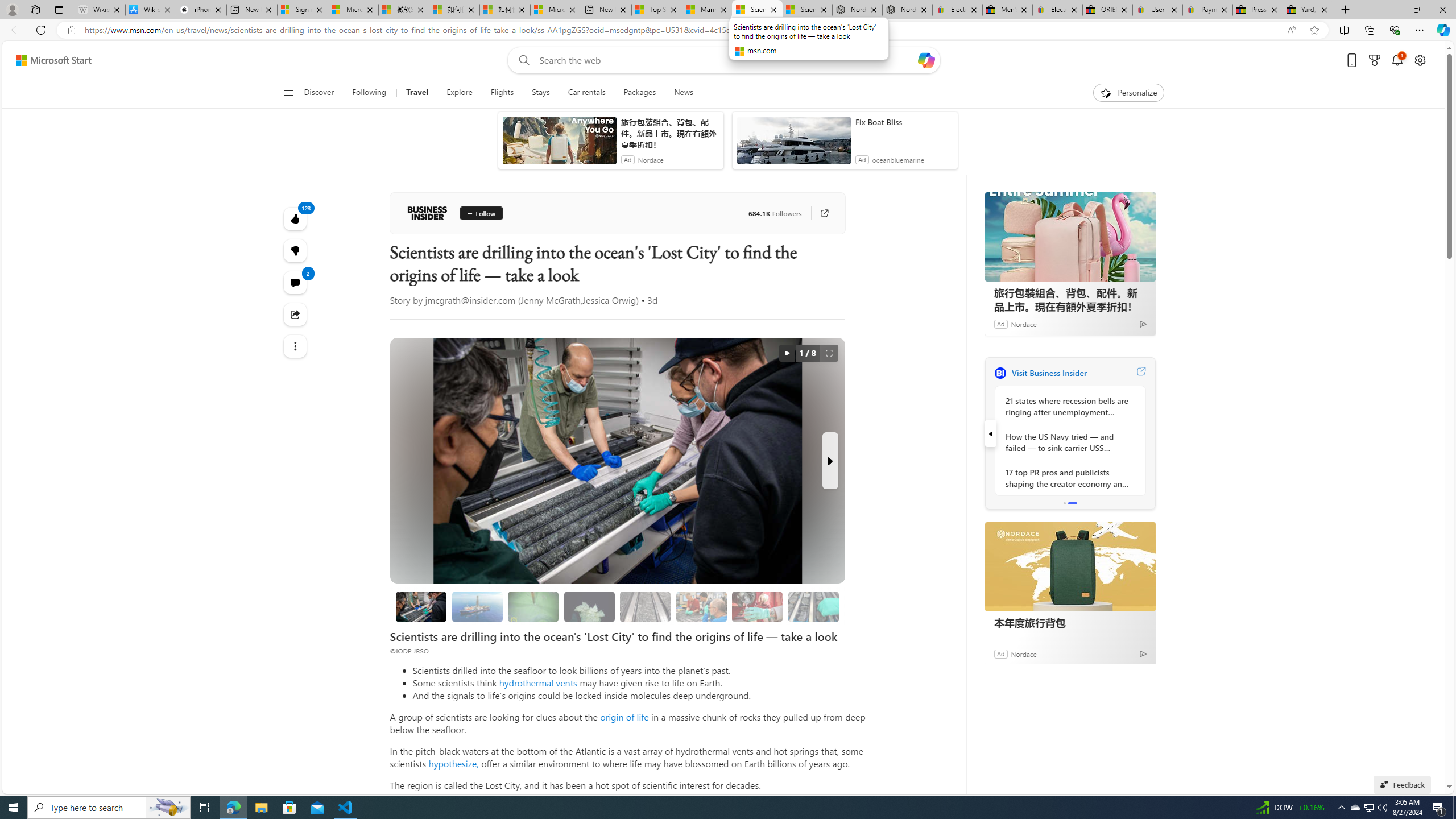 This screenshot has width=1456, height=819. I want to click on 'Yard, Garden & Outdoor Living', so click(1308, 9).